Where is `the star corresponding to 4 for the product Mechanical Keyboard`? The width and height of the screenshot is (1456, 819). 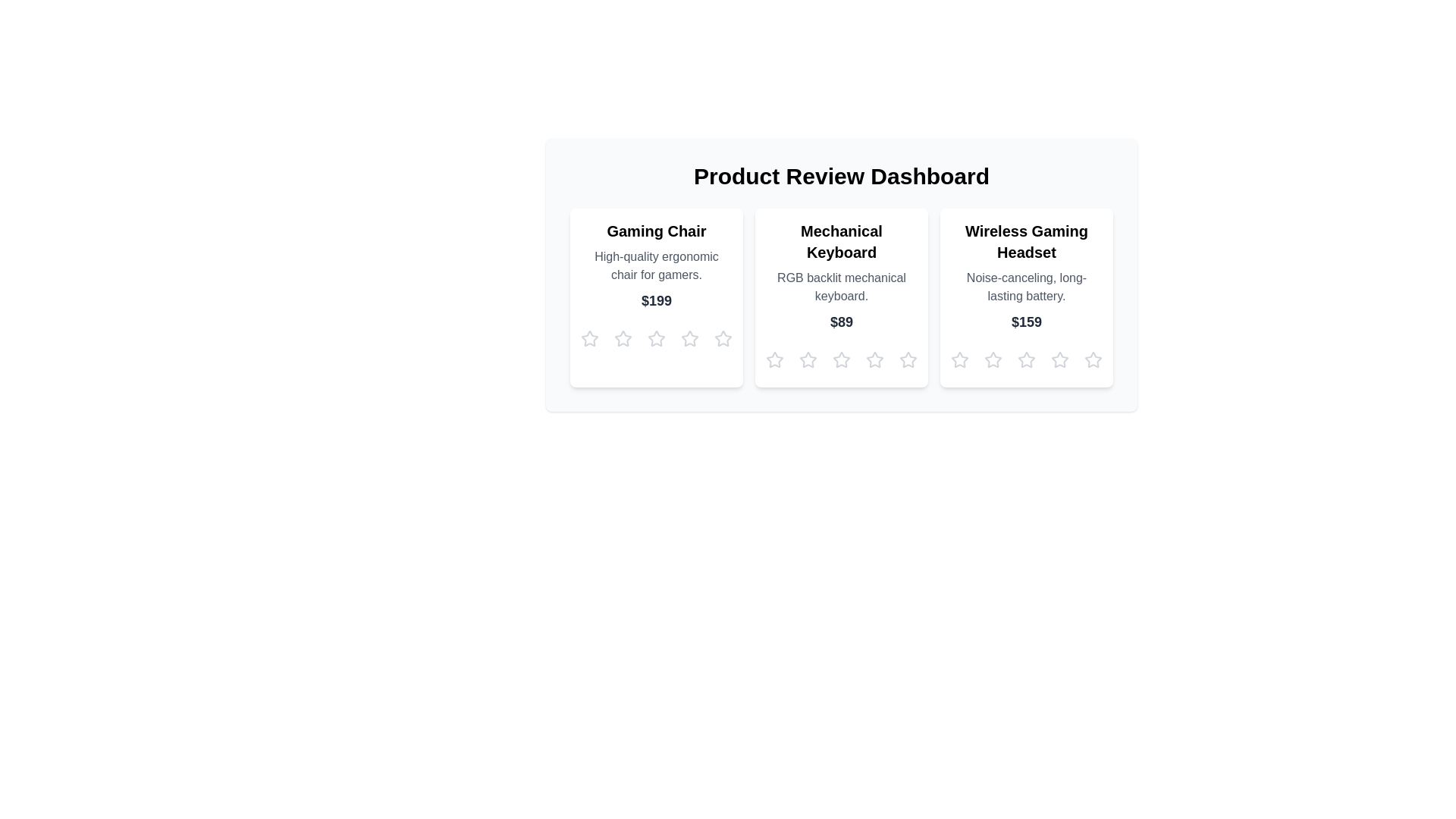 the star corresponding to 4 for the product Mechanical Keyboard is located at coordinates (874, 359).